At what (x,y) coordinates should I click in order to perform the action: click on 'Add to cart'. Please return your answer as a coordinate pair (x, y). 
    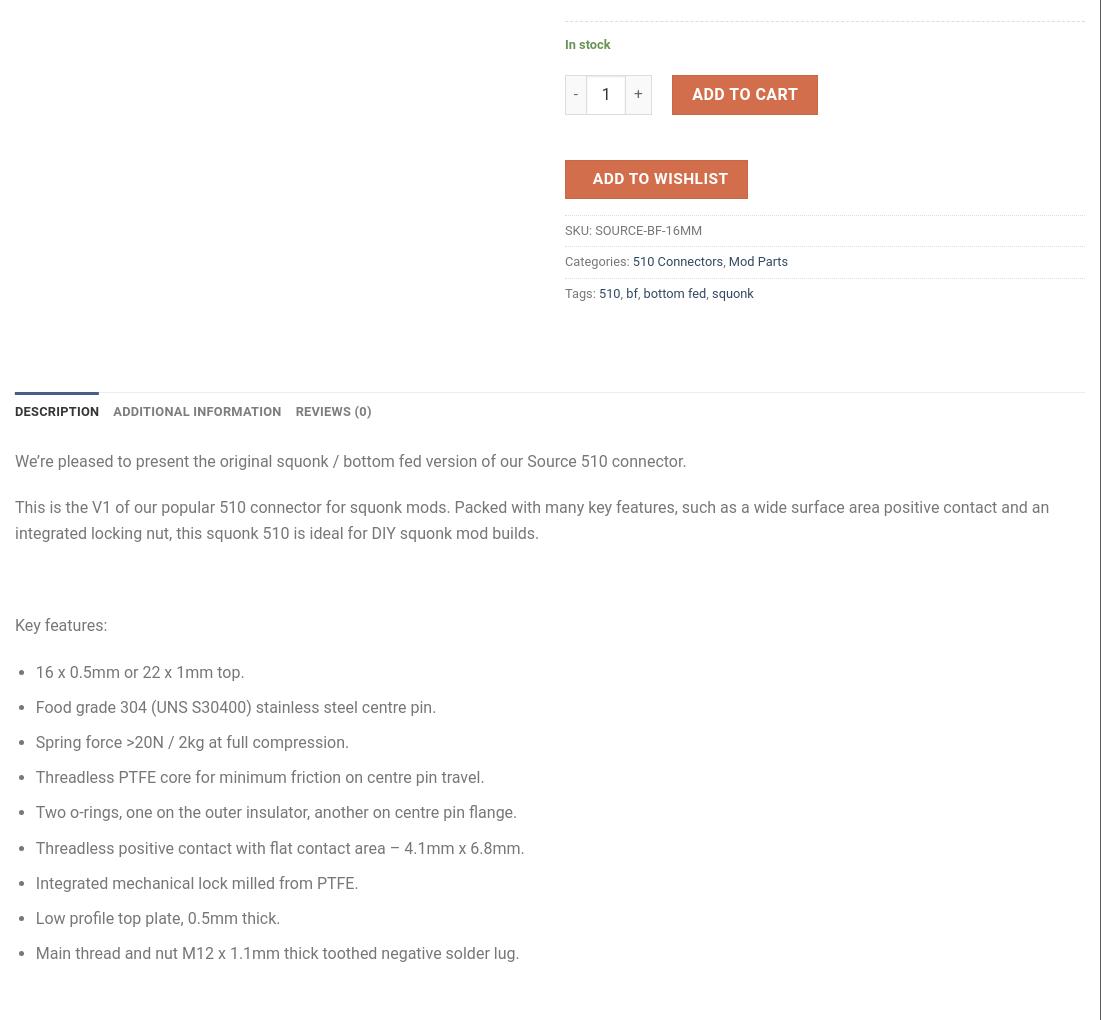
    Looking at the image, I should click on (744, 92).